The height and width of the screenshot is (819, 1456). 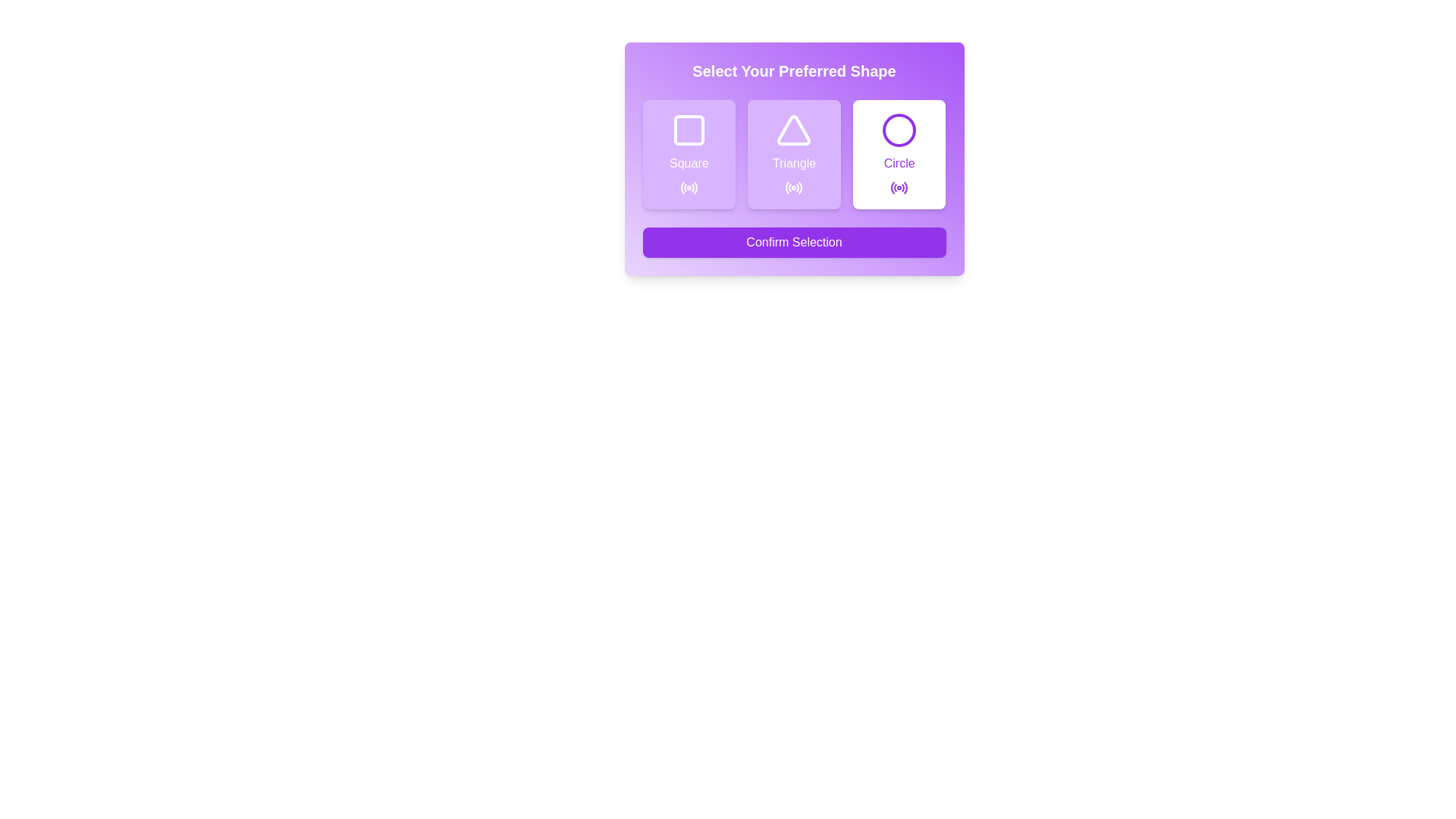 I want to click on the Text label that identifies the card as 'Square', located at the bottom of the leftmost card in a horizontal selection group of three cards, so click(x=688, y=164).